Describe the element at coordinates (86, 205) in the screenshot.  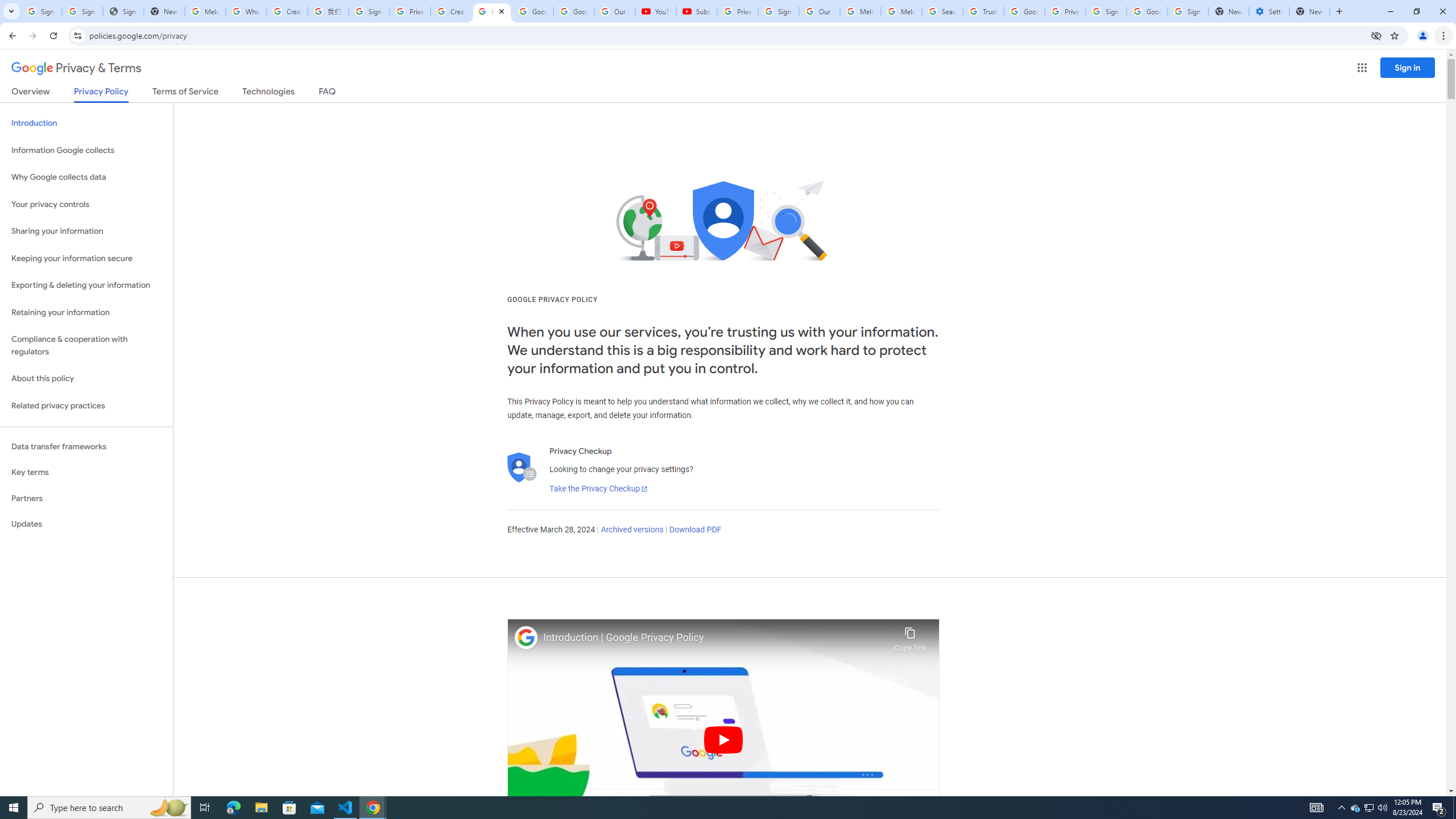
I see `'Your privacy controls'` at that location.